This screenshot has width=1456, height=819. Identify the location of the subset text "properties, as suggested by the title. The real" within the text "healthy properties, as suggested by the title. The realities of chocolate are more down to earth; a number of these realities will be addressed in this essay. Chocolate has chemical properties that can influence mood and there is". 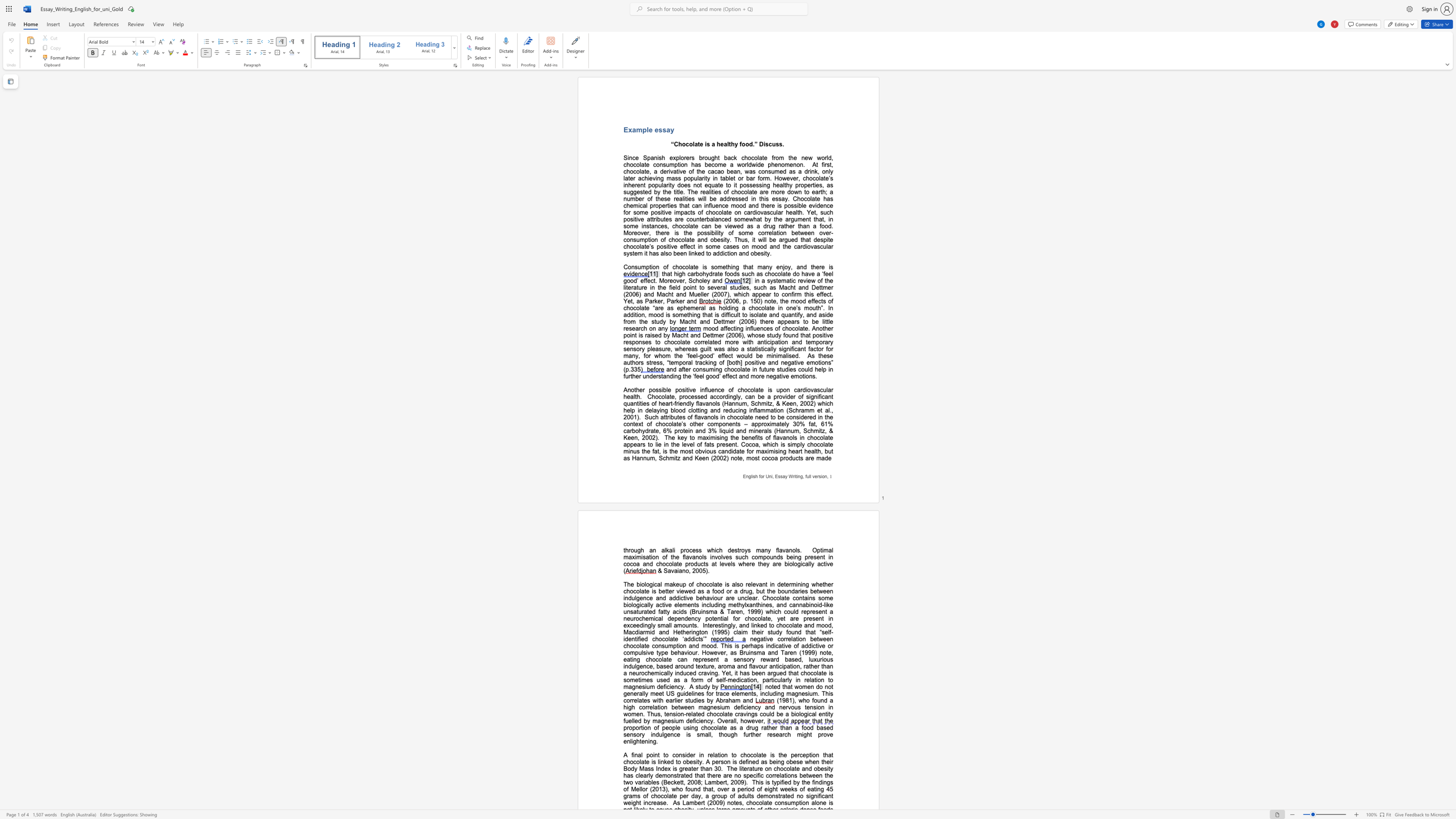
(795, 185).